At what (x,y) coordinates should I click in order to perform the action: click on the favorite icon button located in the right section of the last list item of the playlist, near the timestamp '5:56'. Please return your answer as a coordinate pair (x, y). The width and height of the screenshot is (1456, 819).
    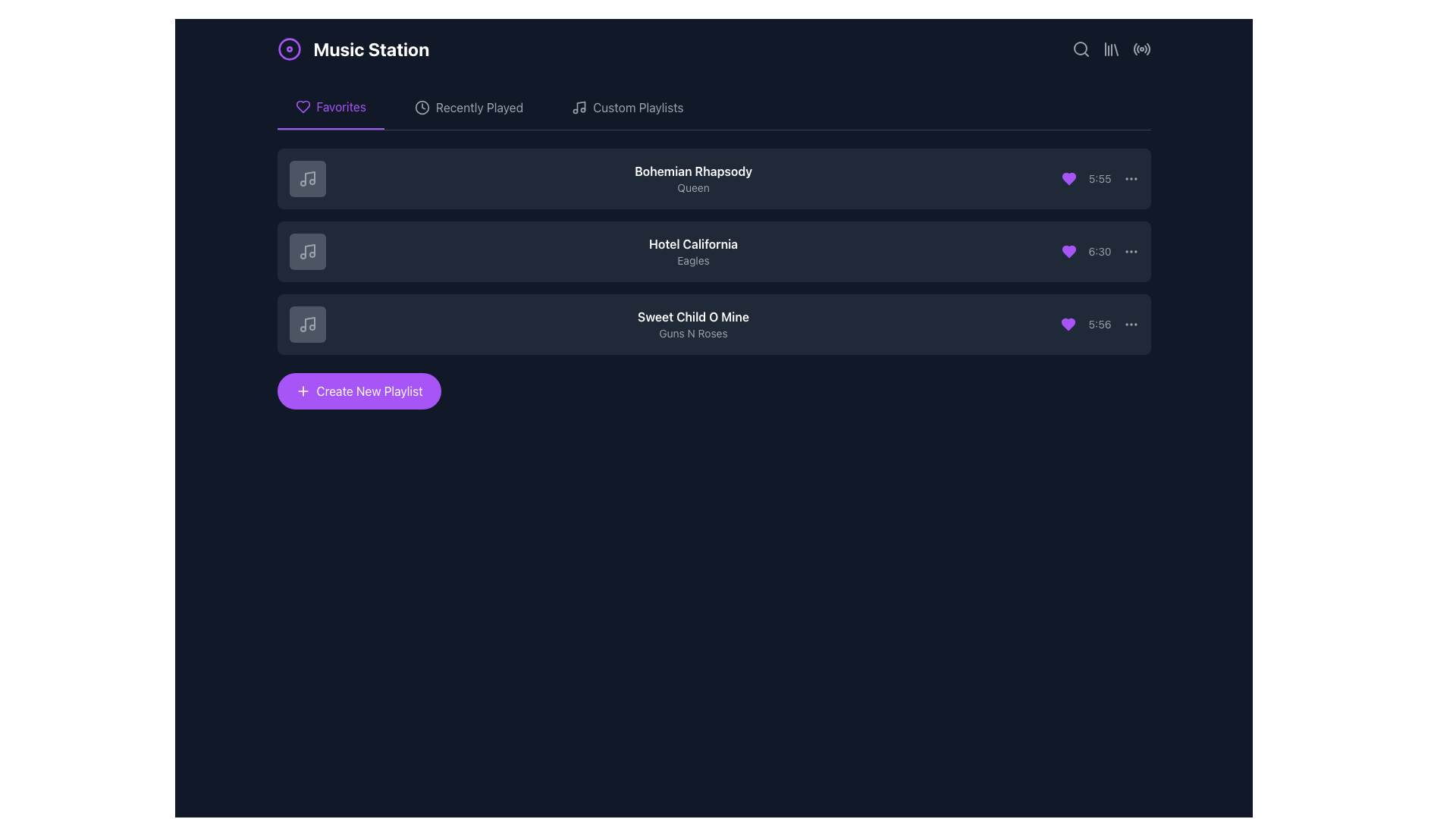
    Looking at the image, I should click on (1068, 324).